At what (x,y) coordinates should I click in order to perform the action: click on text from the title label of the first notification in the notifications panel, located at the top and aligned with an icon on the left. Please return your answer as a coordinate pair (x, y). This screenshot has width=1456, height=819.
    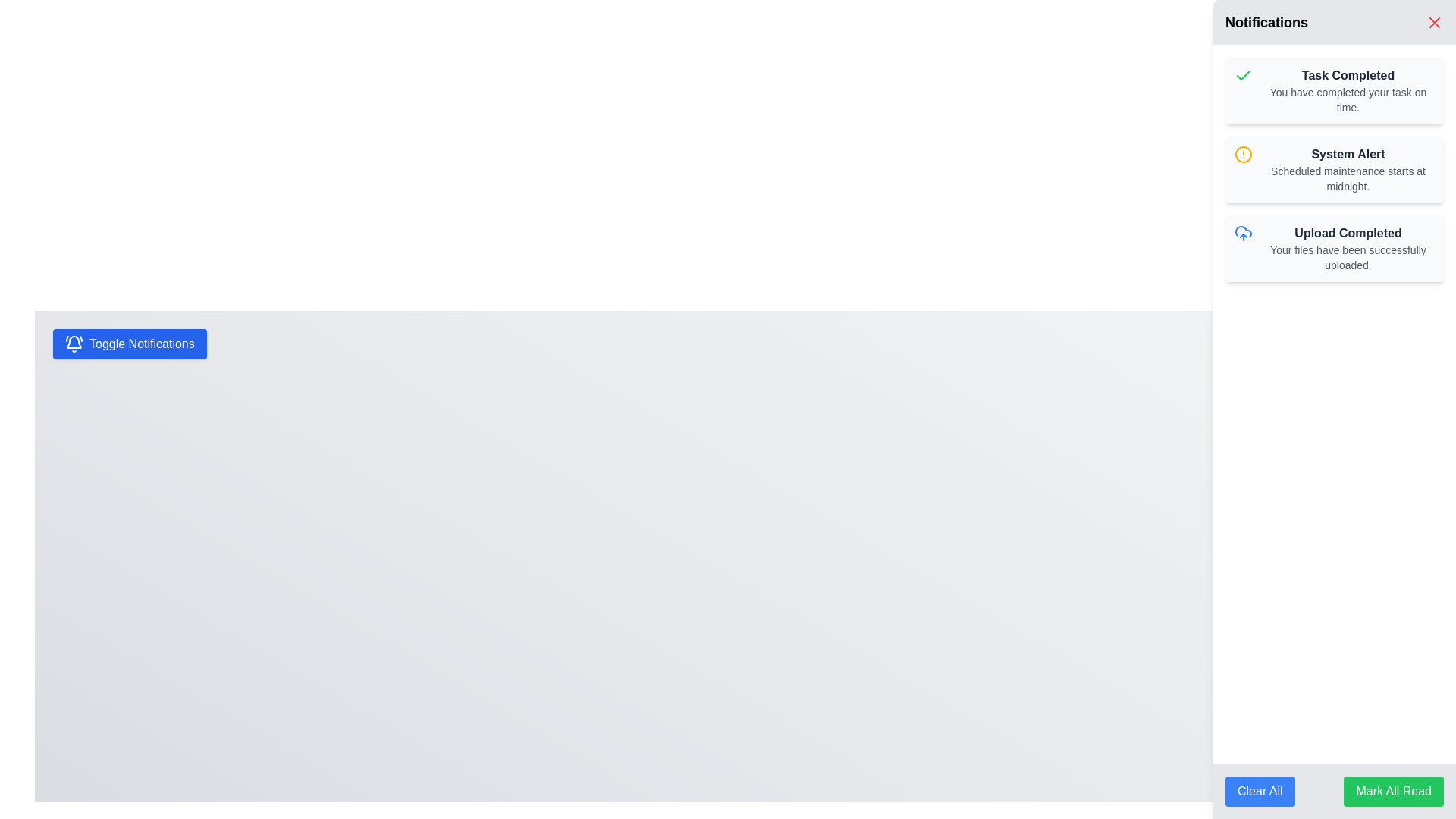
    Looking at the image, I should click on (1348, 76).